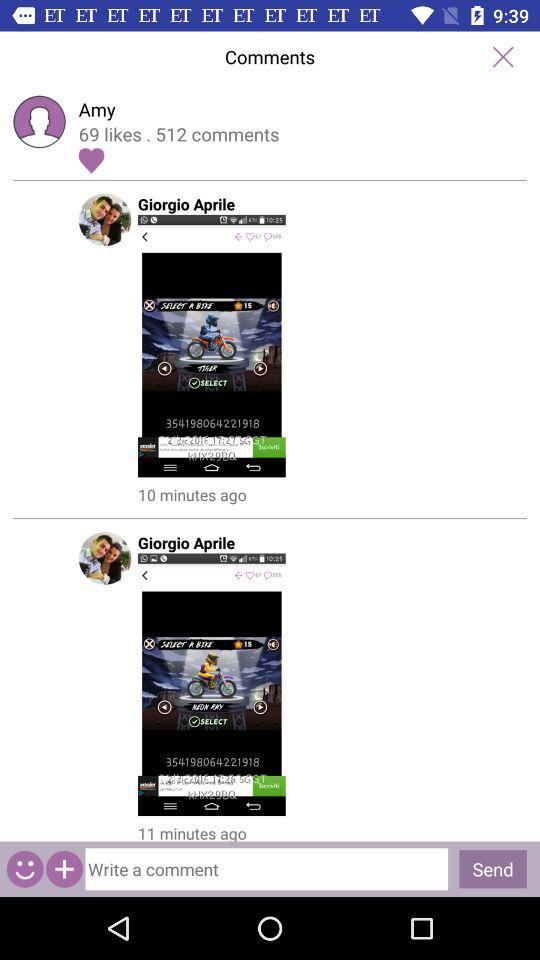 This screenshot has height=960, width=540. Describe the element at coordinates (64, 868) in the screenshot. I see `content` at that location.